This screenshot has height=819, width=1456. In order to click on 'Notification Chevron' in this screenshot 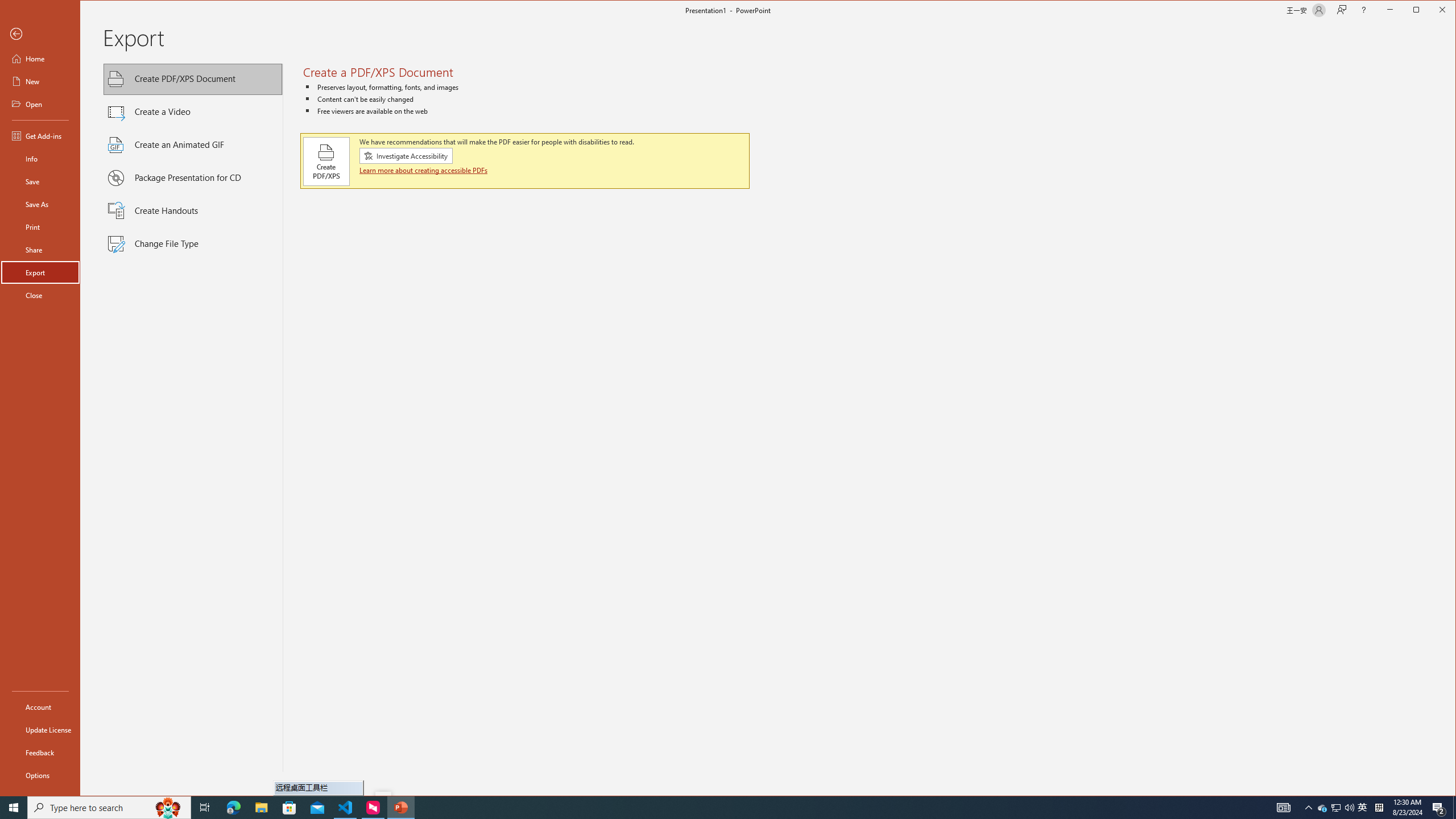, I will do `click(1308, 806)`.